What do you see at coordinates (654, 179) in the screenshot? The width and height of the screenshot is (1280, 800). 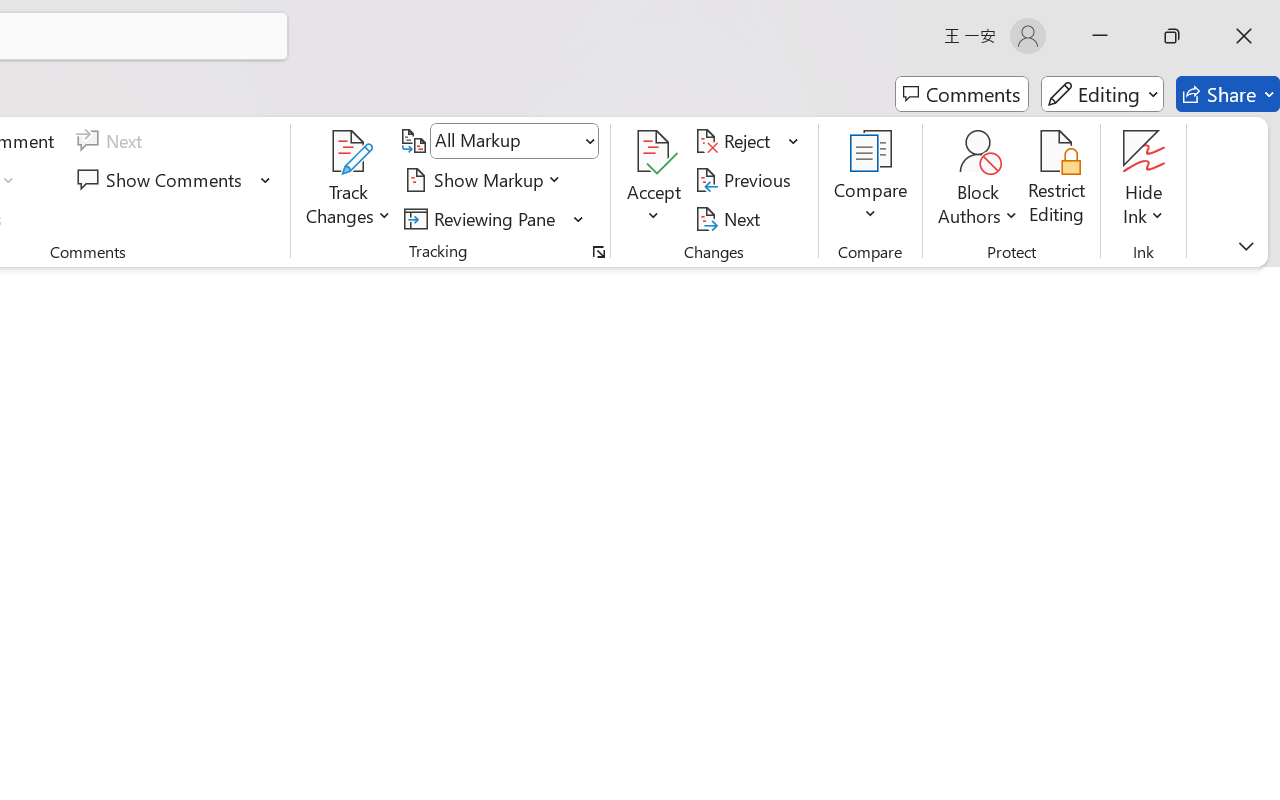 I see `'Accept'` at bounding box center [654, 179].